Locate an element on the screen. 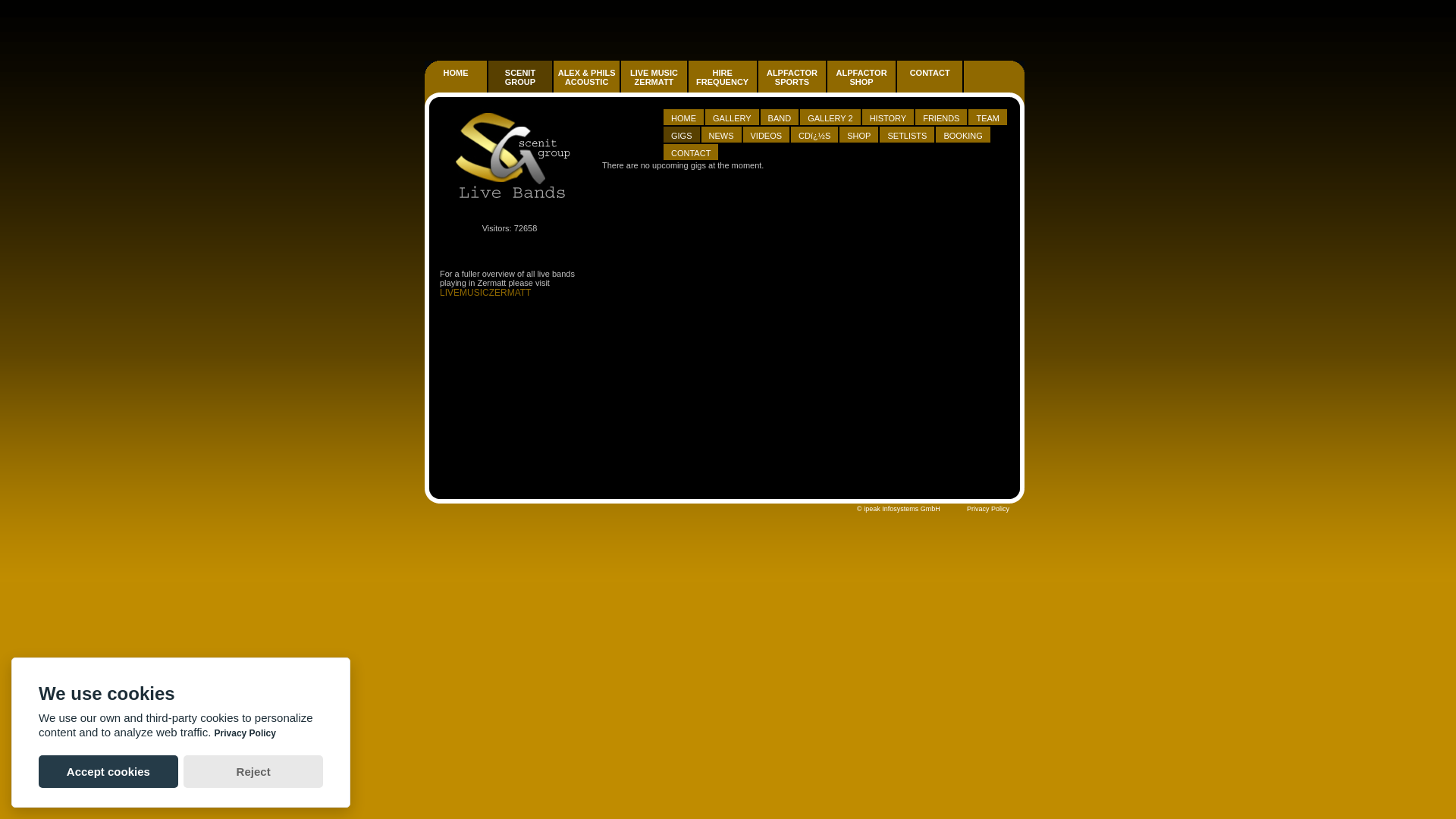  'Reject' is located at coordinates (253, 771).